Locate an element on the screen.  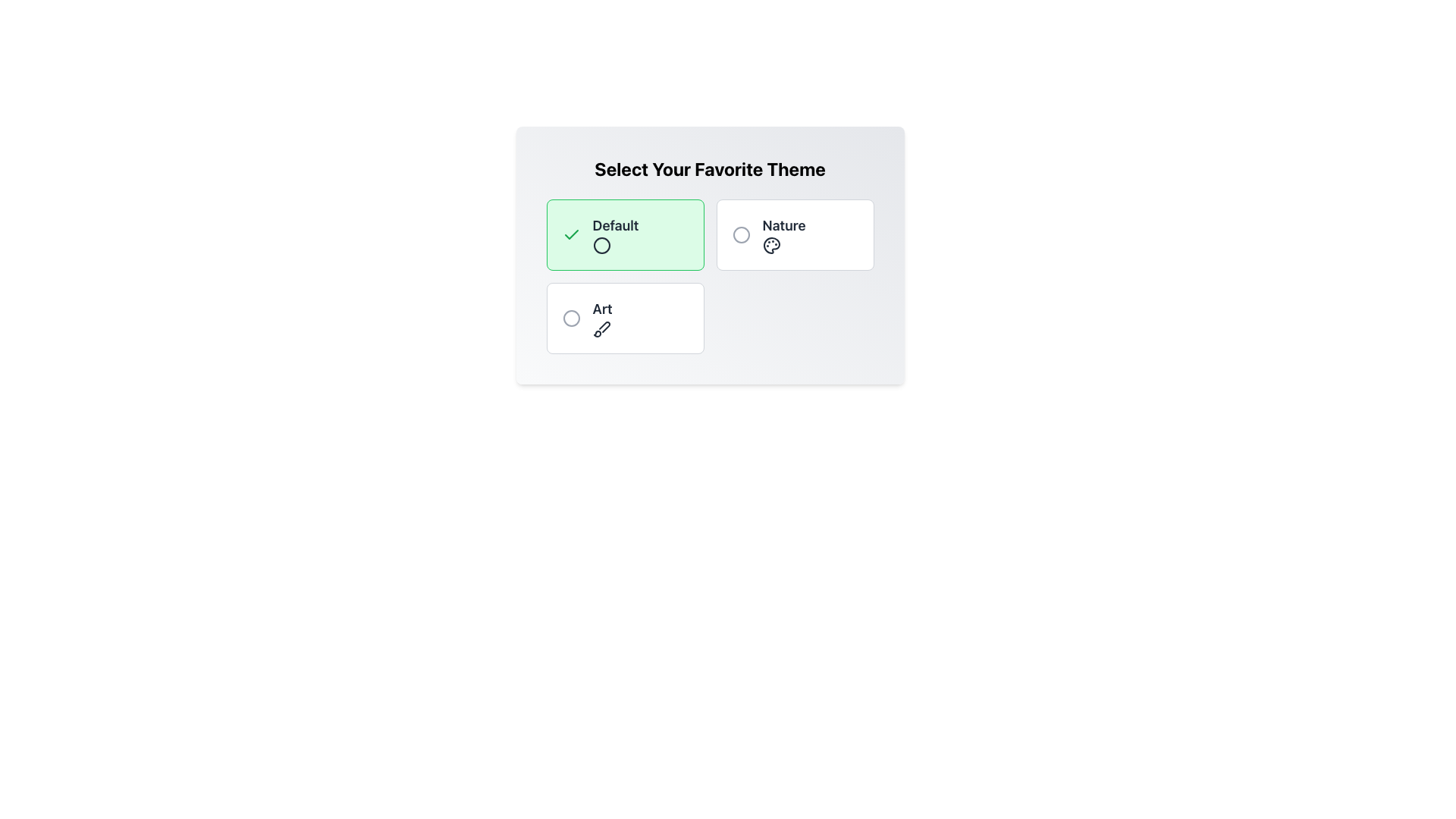
properties of the painter’s palette icon, which is styled in a darker tone on a lighter background and is located next to the text 'Nature' in the theme selection interface is located at coordinates (783, 245).